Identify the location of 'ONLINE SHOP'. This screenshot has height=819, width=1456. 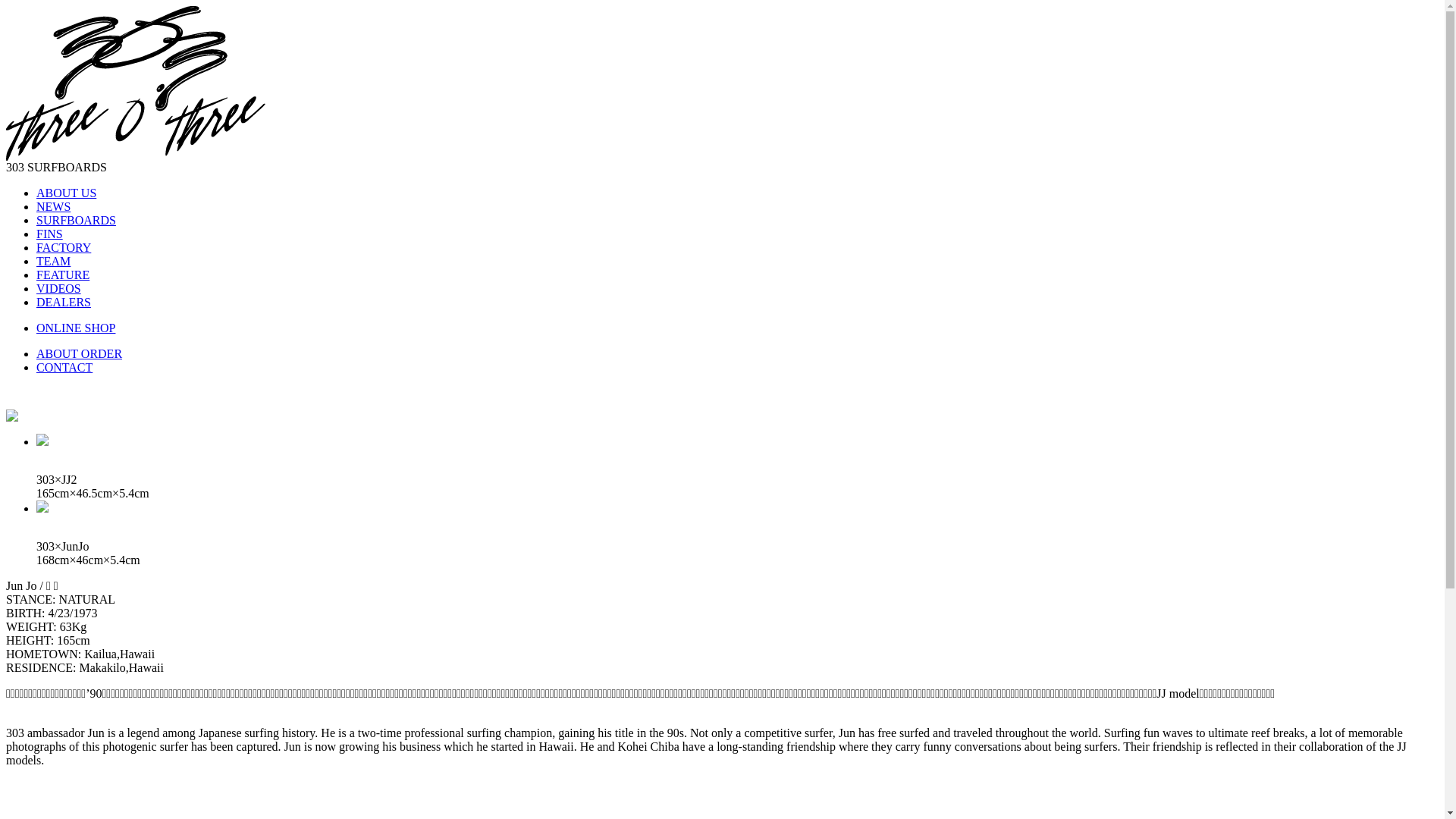
(36, 327).